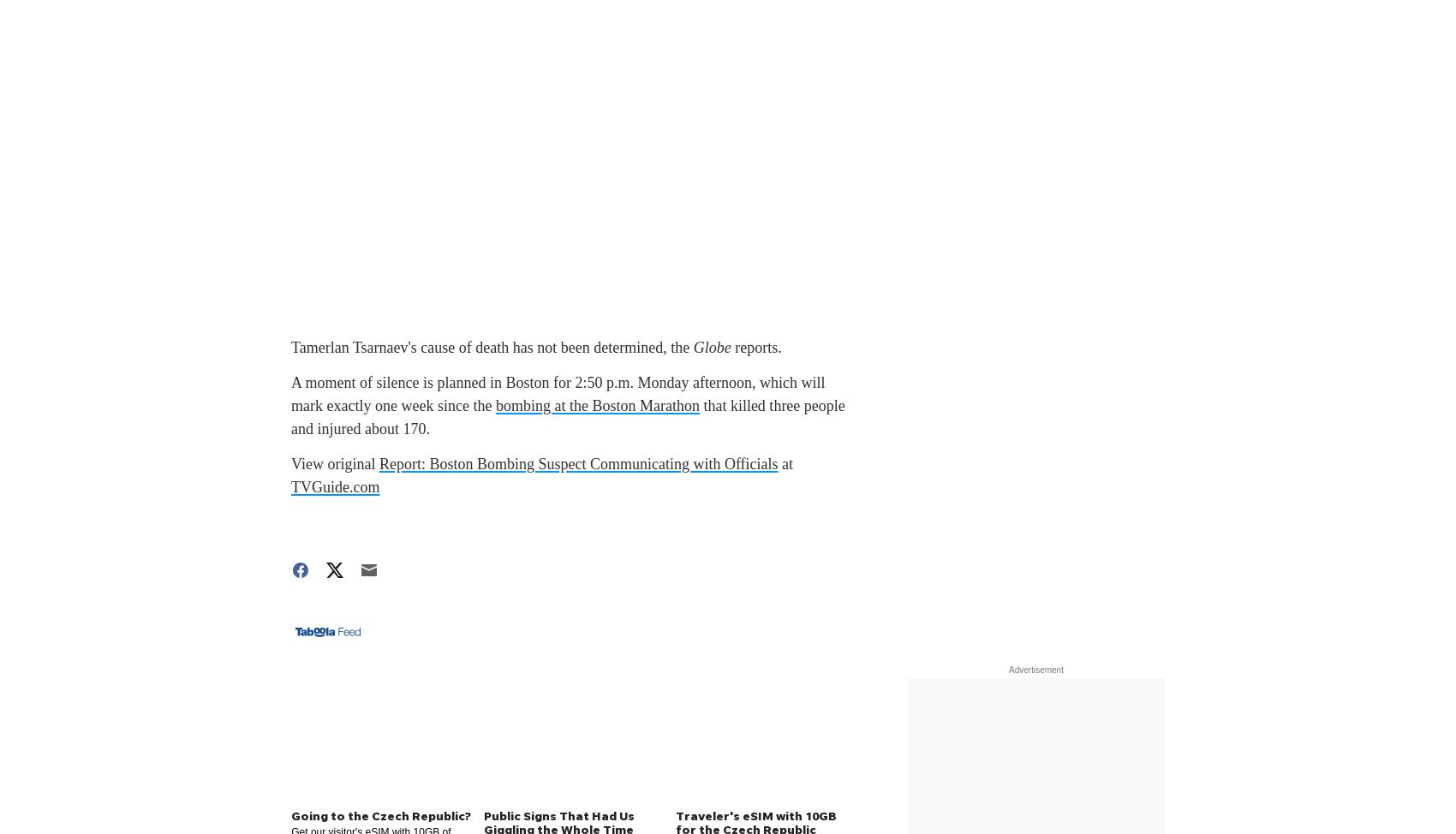 The image size is (1456, 834). What do you see at coordinates (578, 464) in the screenshot?
I see `'Report: Boston Bombing Suspect Communicating with Officials'` at bounding box center [578, 464].